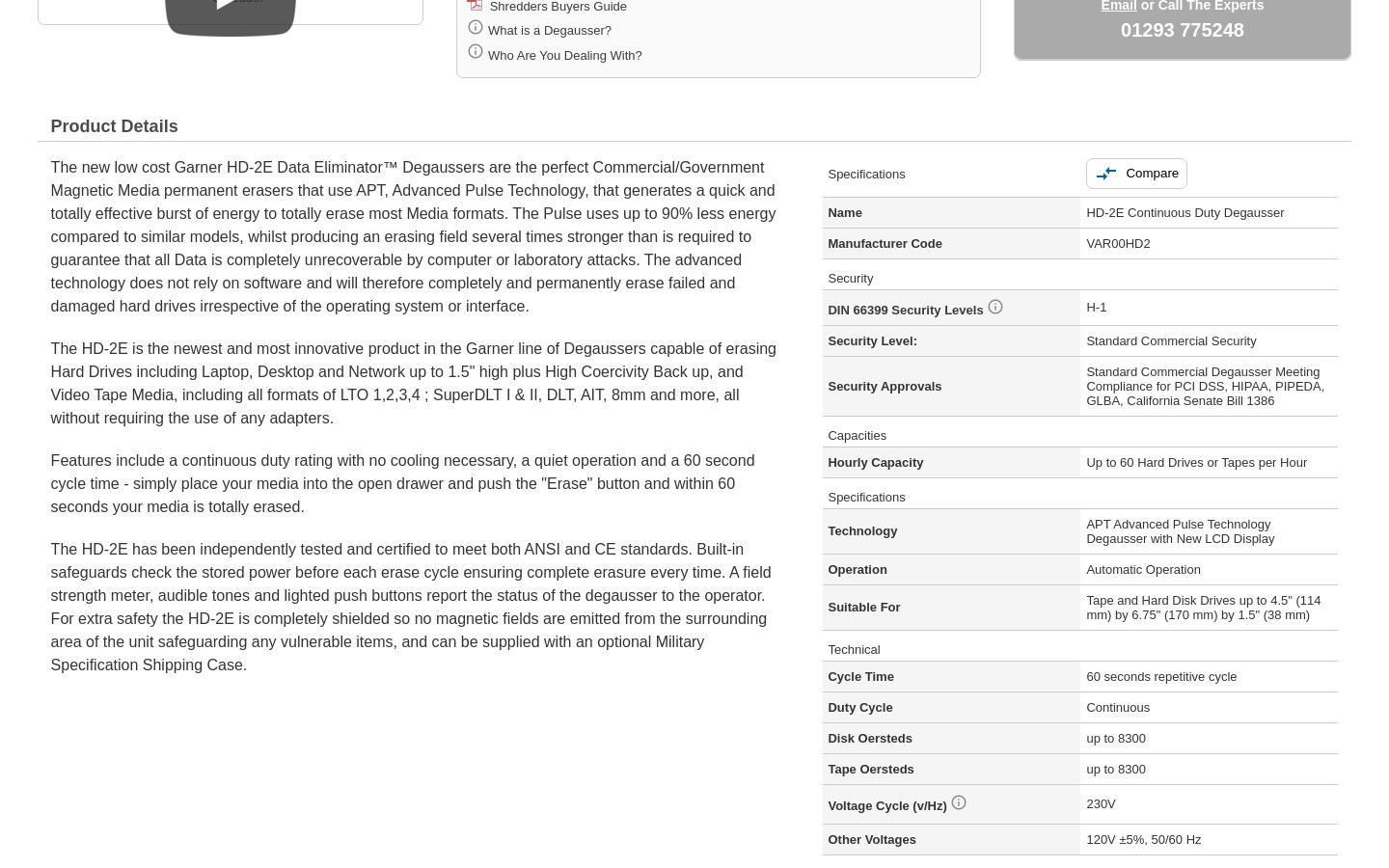 This screenshot has height=868, width=1389. I want to click on 'Compare', so click(1152, 172).